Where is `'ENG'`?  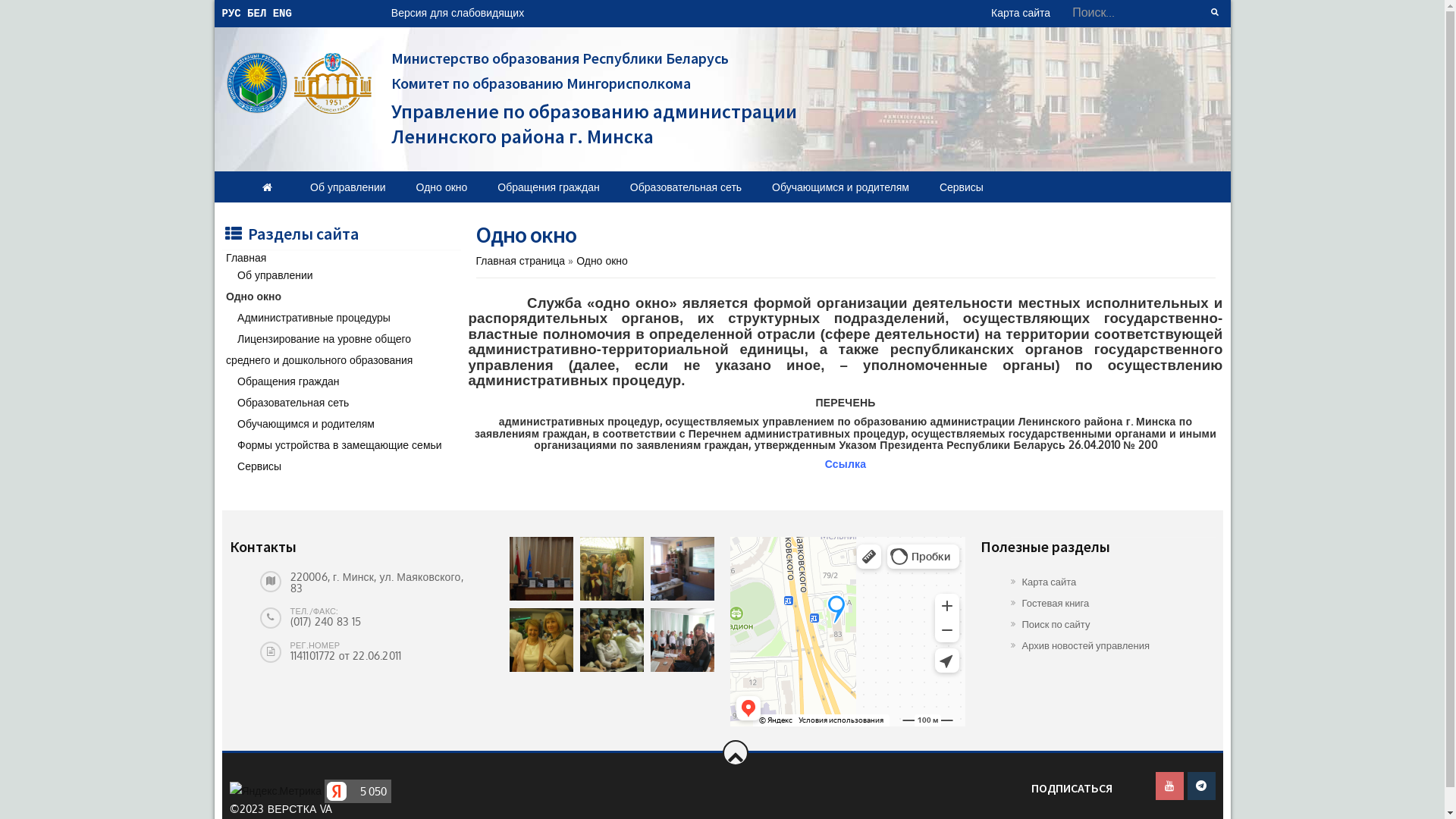
'ENG' is located at coordinates (282, 14).